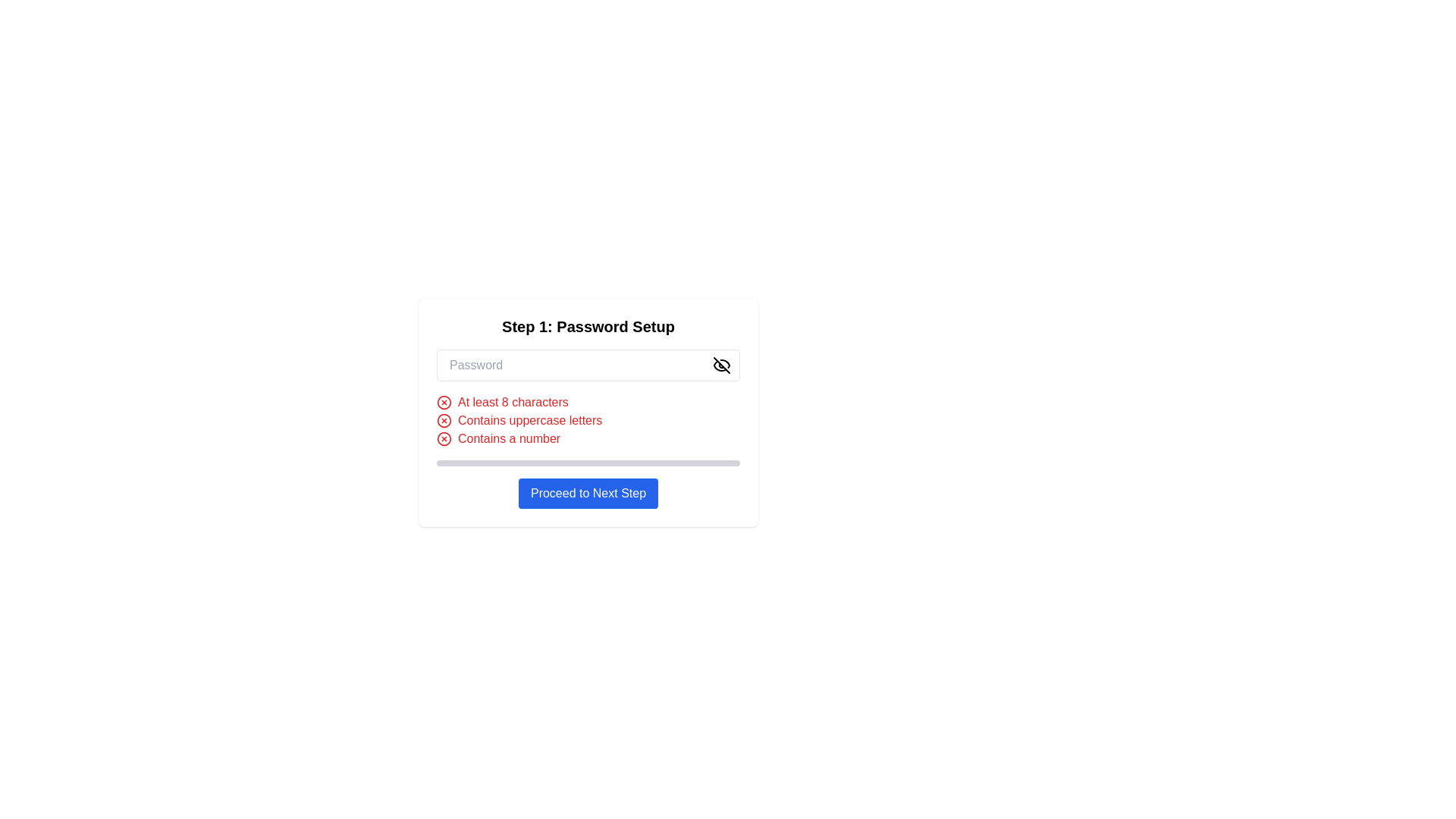 The image size is (1456, 819). What do you see at coordinates (443, 438) in the screenshot?
I see `the visual indicator icon that shows the condition 'Contains a number' has not been fulfilled, located to the left of the corresponding text` at bounding box center [443, 438].